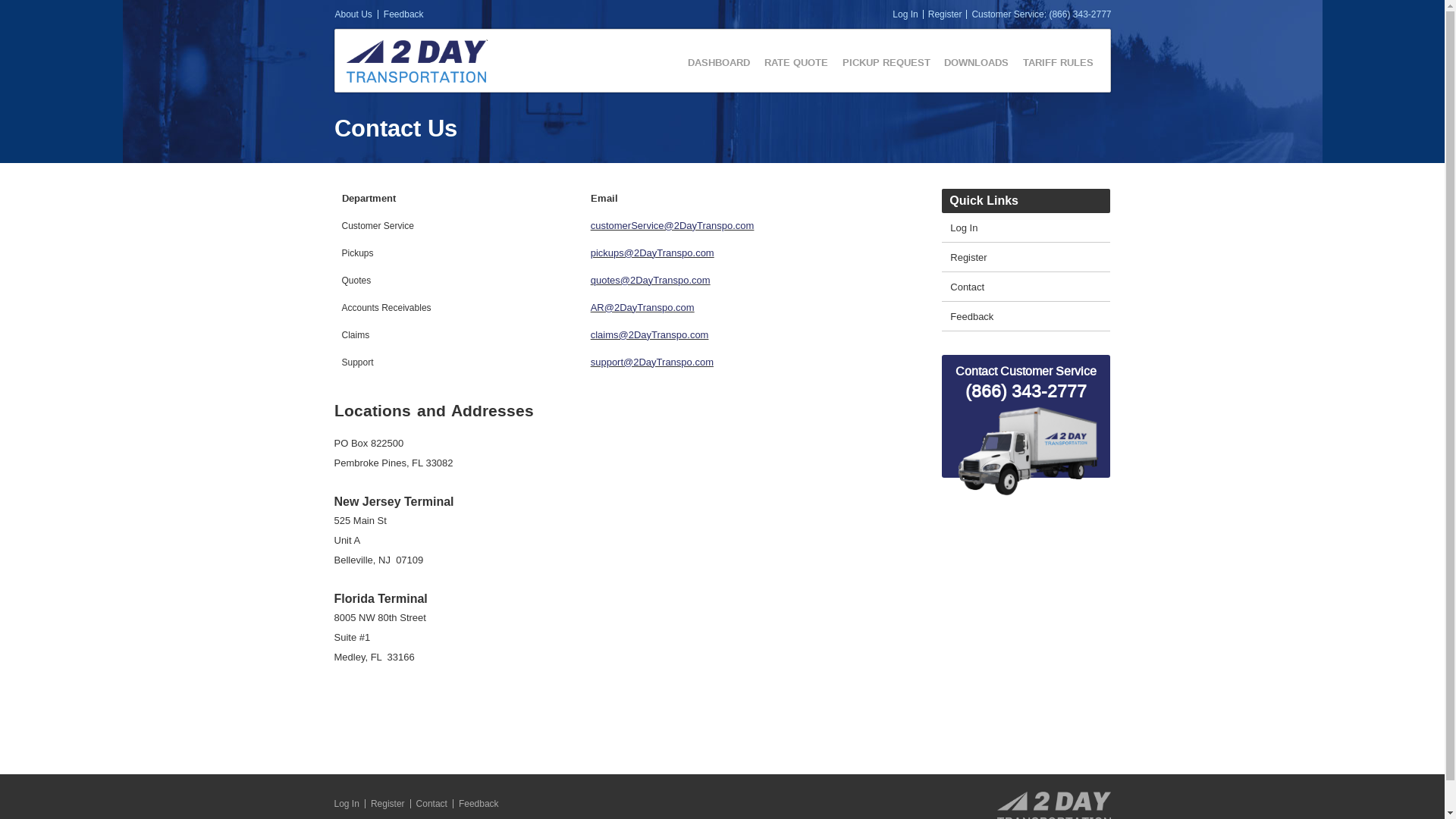 Image resolution: width=1456 pixels, height=819 pixels. I want to click on 'DASHBOARD', so click(712, 61).